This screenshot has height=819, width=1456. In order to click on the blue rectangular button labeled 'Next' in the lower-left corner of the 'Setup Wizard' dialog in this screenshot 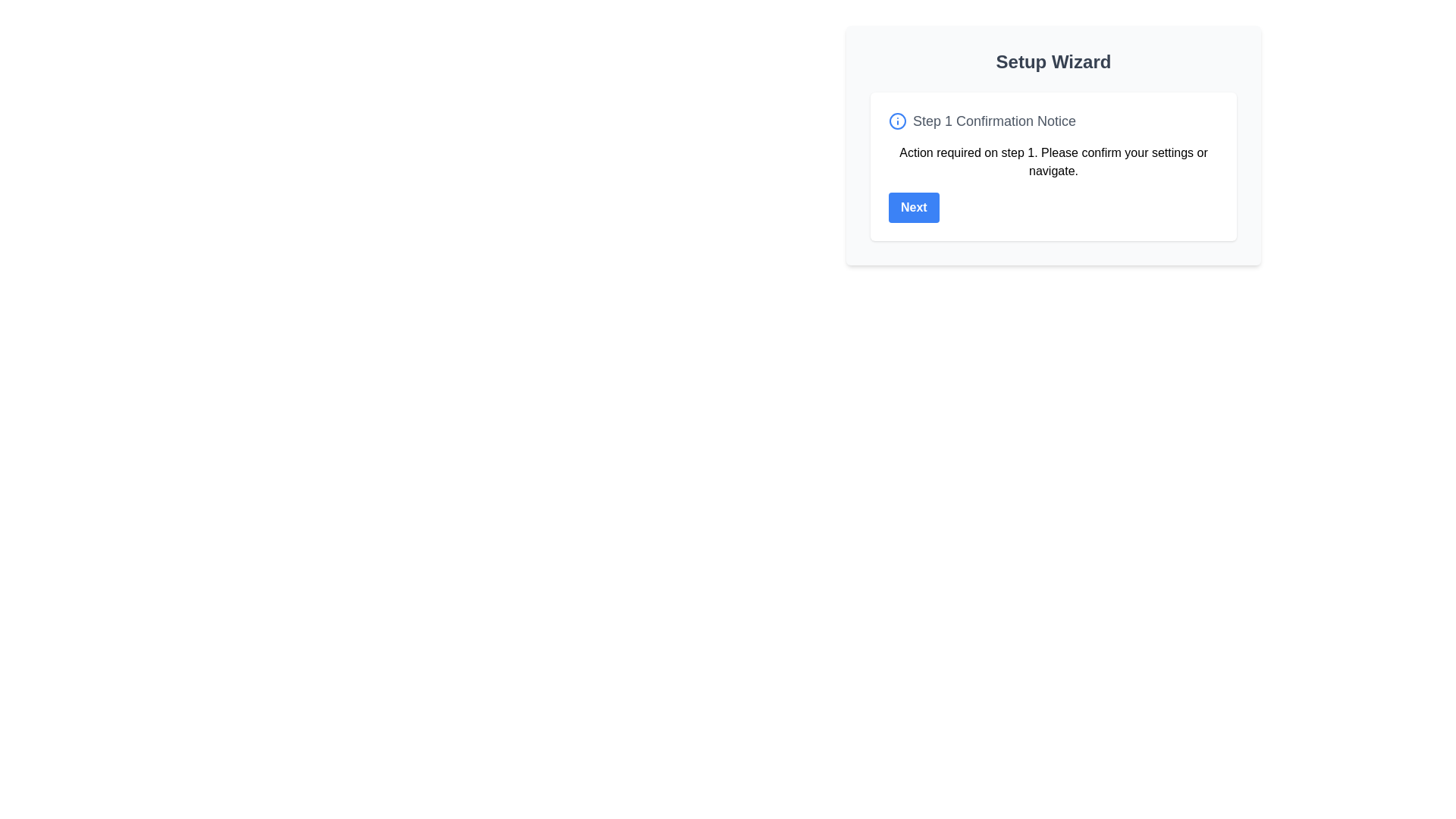, I will do `click(913, 207)`.